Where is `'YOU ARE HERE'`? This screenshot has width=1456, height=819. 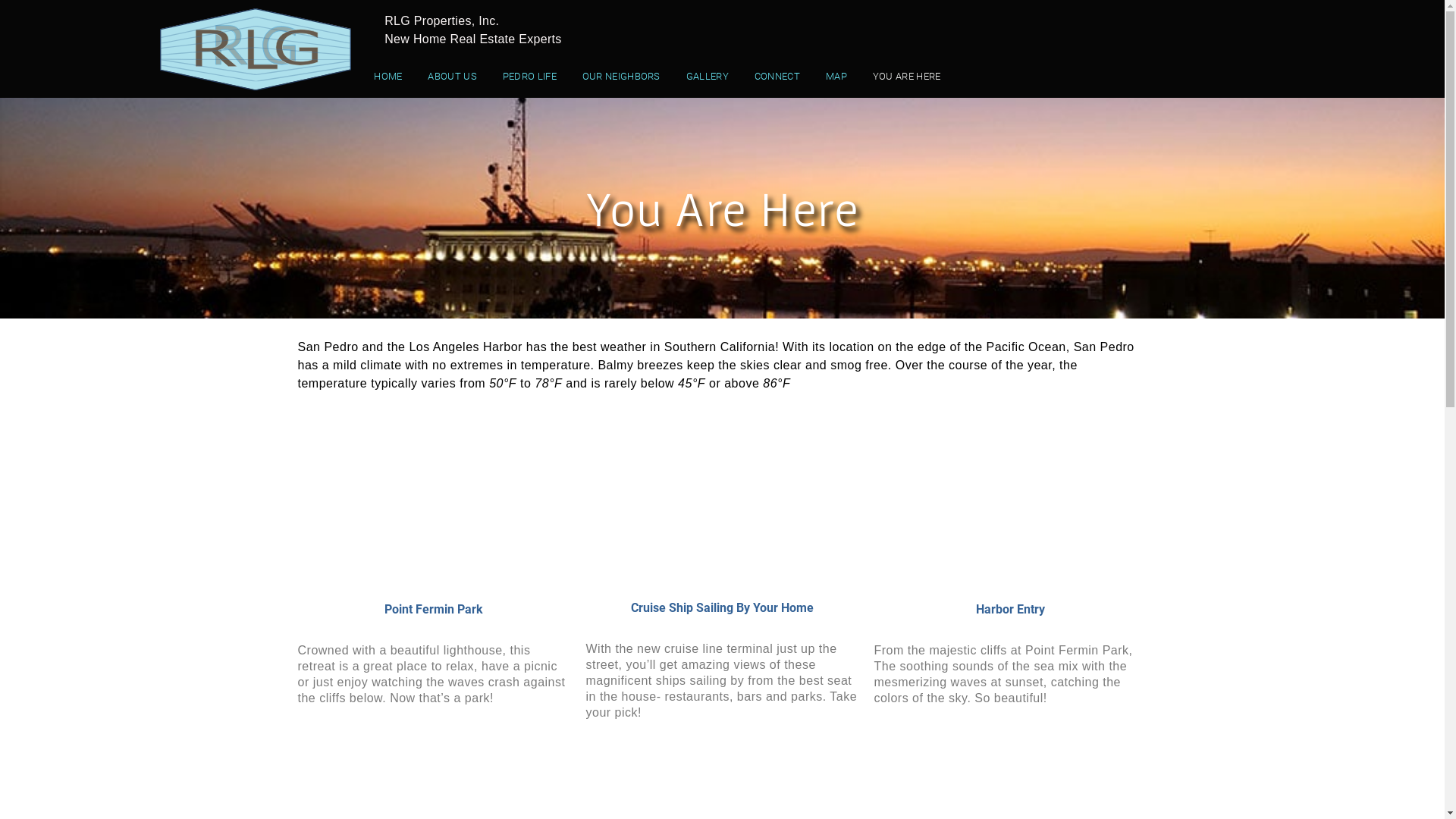 'YOU ARE HERE' is located at coordinates (906, 76).